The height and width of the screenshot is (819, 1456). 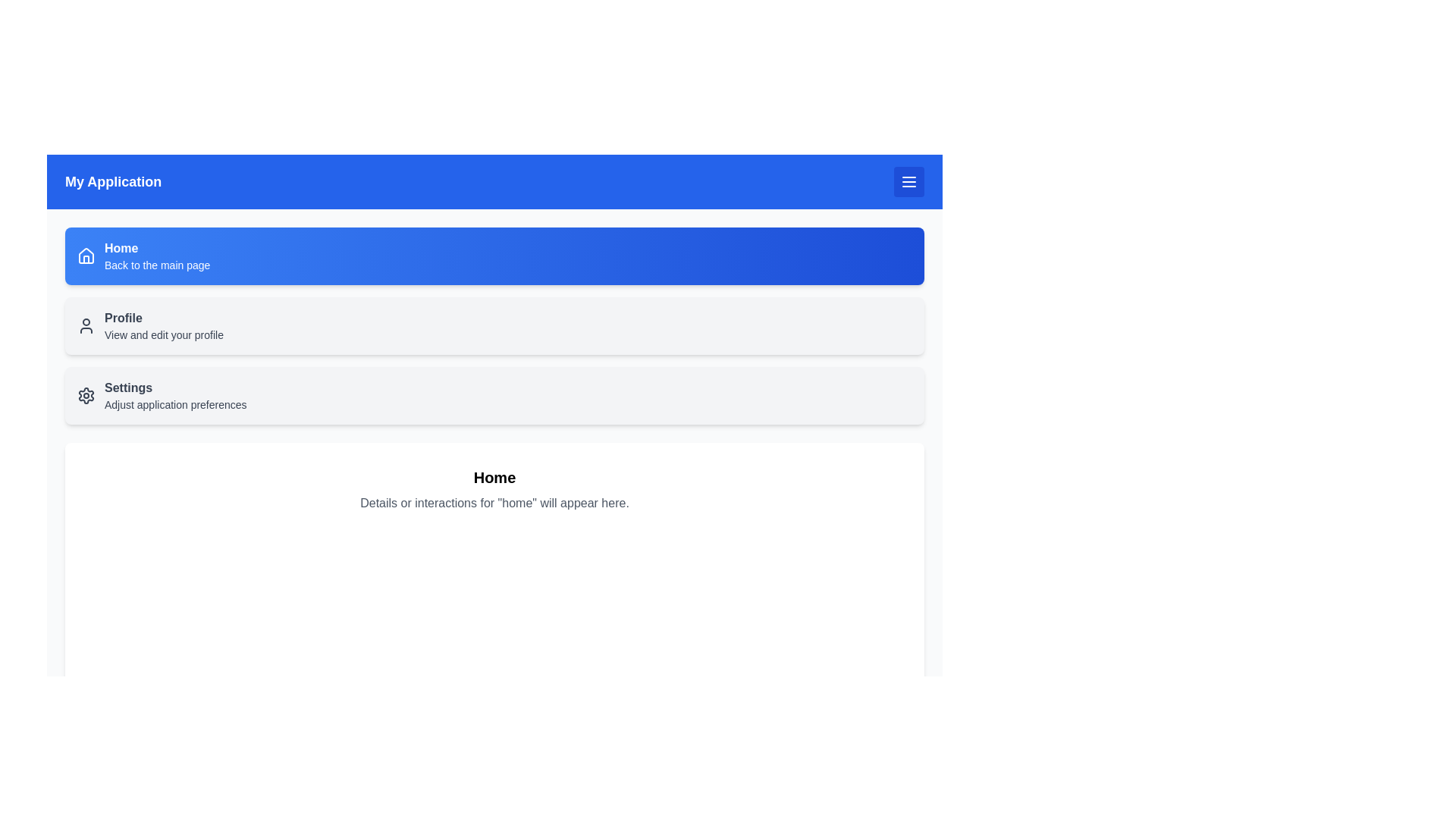 What do you see at coordinates (112, 180) in the screenshot?
I see `the static text label that serves as the title or branding label for the application, located in the horizontal blue header bar at the top of the interface` at bounding box center [112, 180].